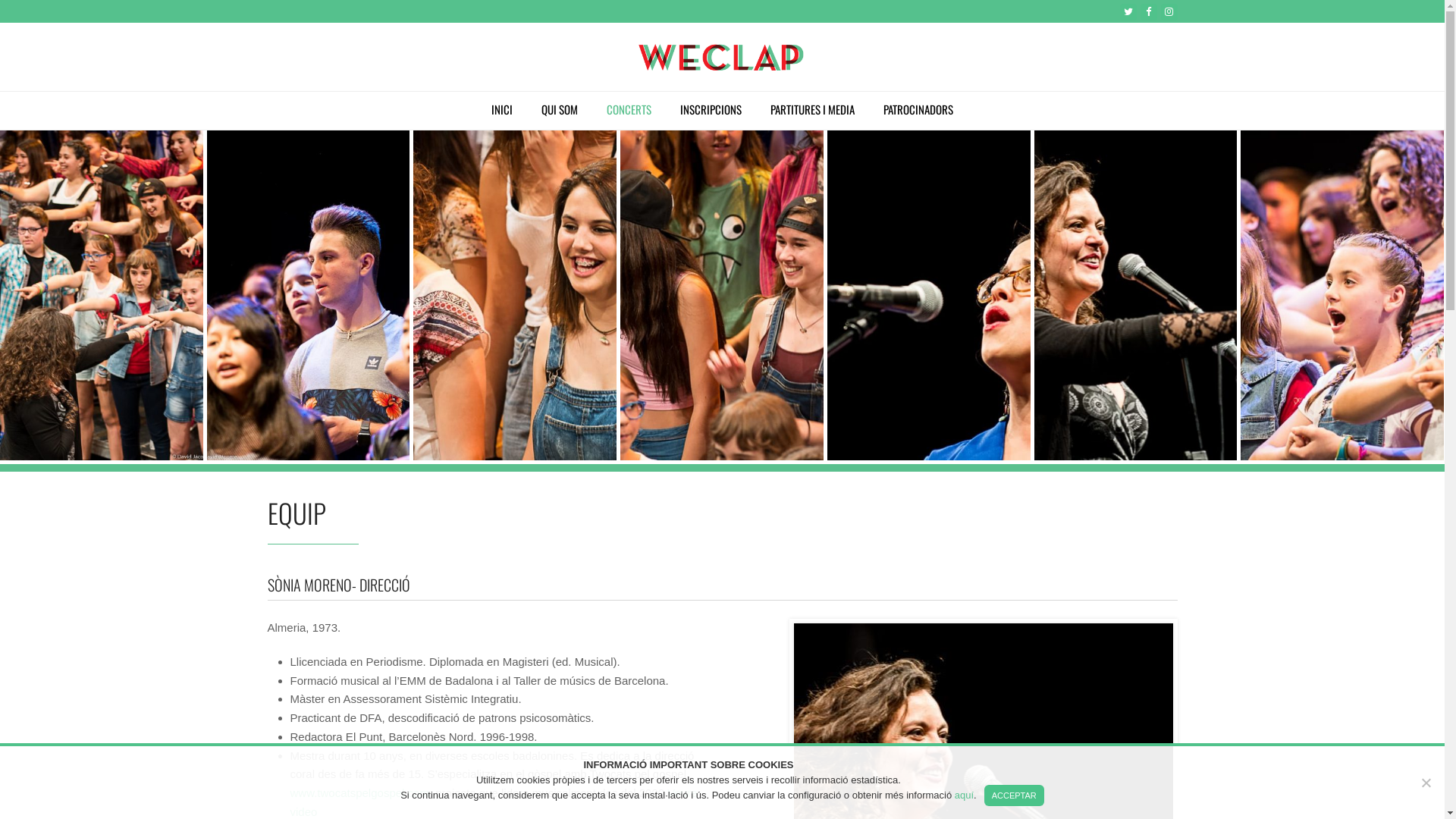 The height and width of the screenshot is (819, 1456). What do you see at coordinates (710, 110) in the screenshot?
I see `'INSCRIPCIONS'` at bounding box center [710, 110].